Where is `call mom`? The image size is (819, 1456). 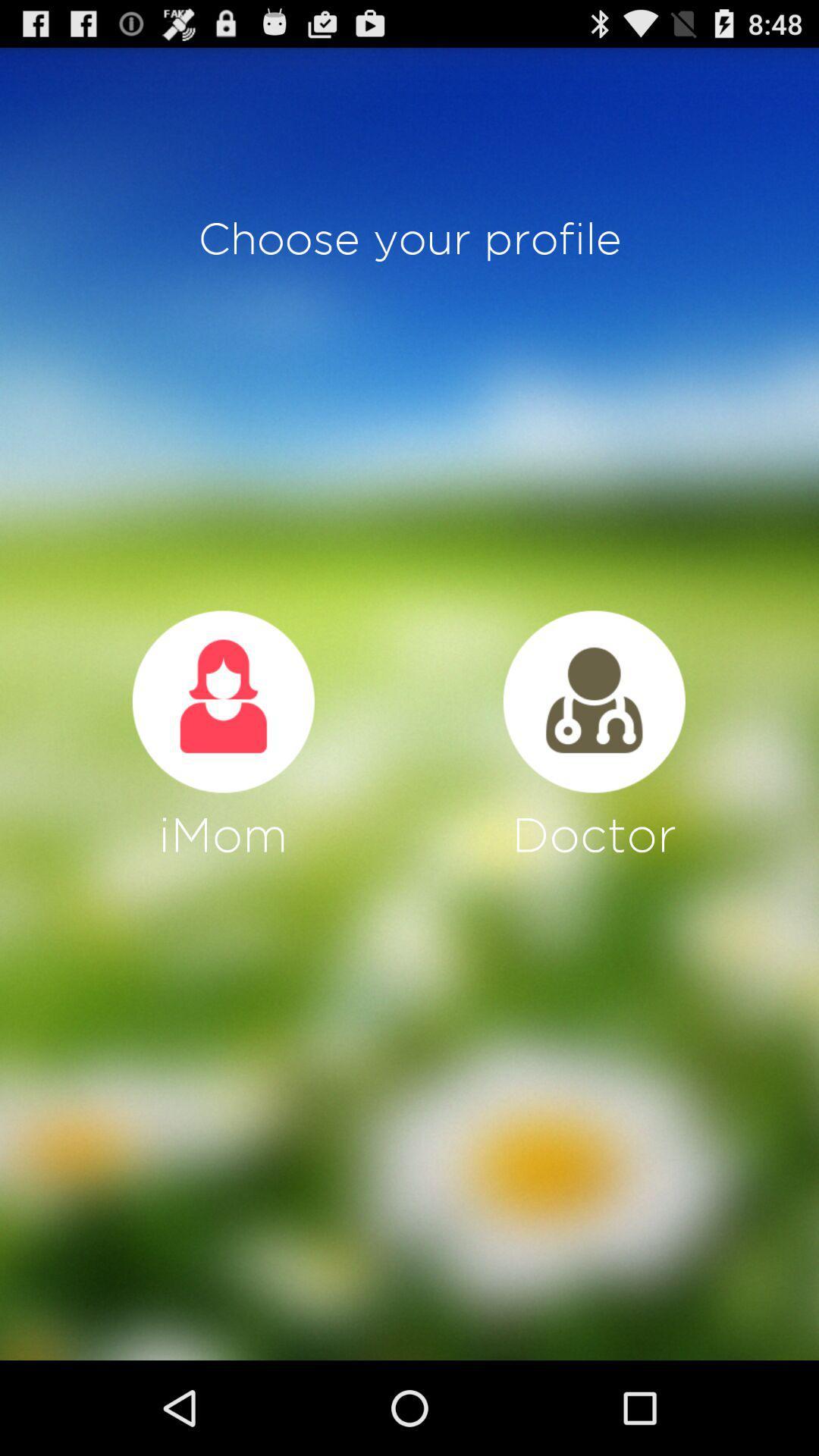 call mom is located at coordinates (223, 701).